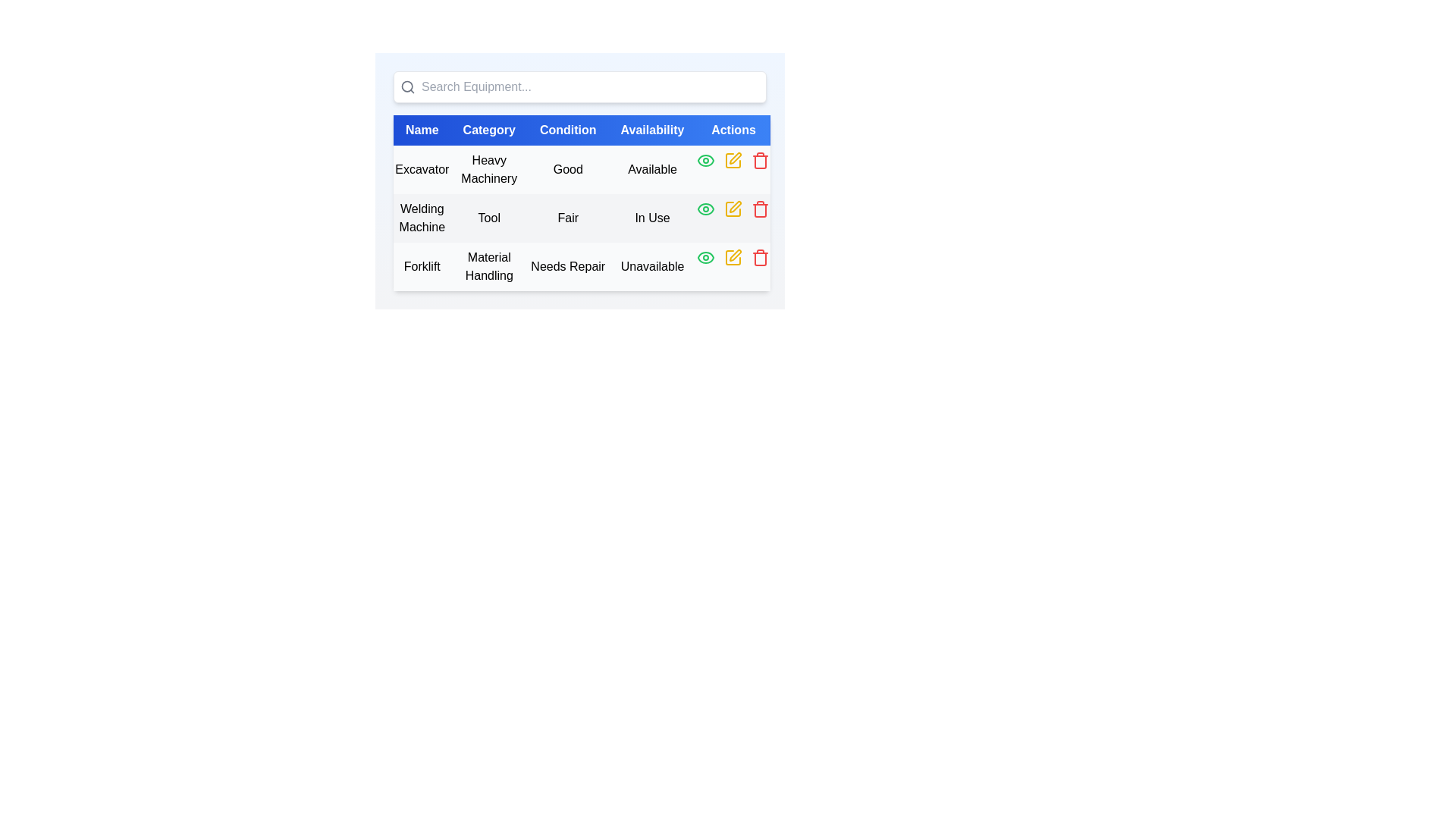  I want to click on the Static Text element displaying 'Material Handling' located in the 'Forklift' row, second cell of the 'Category' column, so click(489, 265).